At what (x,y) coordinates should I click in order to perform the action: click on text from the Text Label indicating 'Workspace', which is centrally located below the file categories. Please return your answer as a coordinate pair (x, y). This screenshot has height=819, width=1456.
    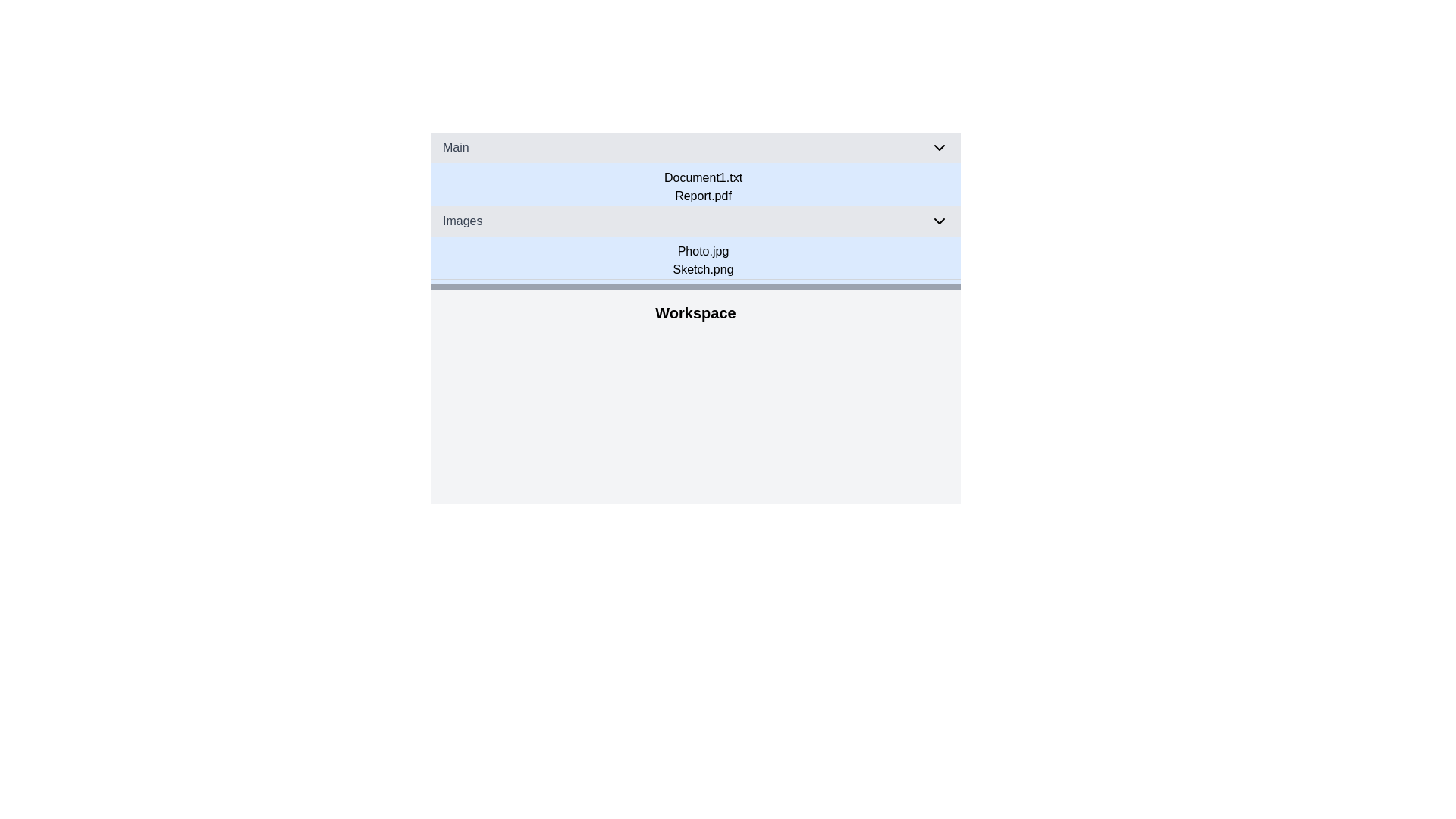
    Looking at the image, I should click on (695, 312).